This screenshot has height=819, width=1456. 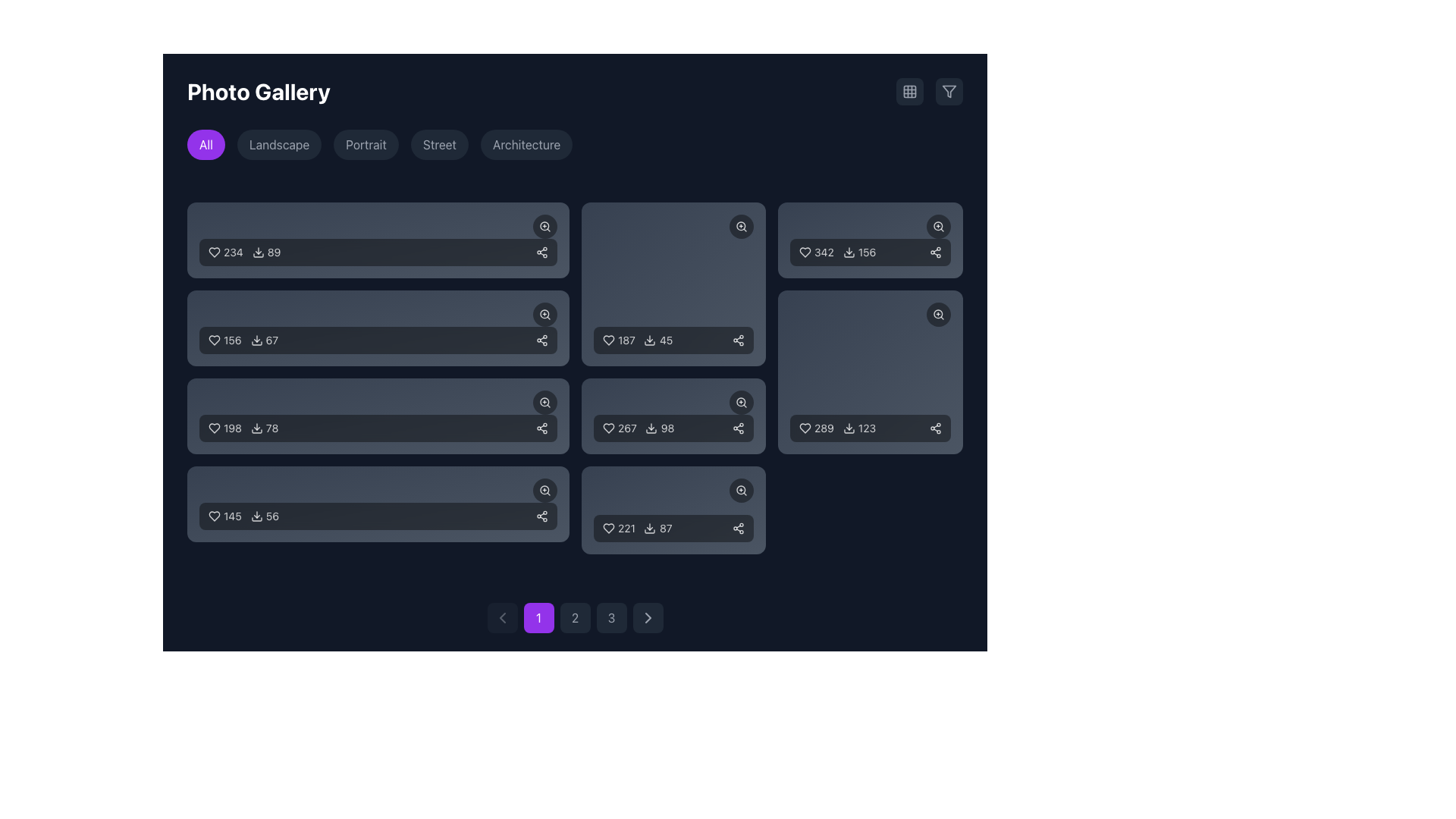 What do you see at coordinates (544, 402) in the screenshot?
I see `the circular zoom icon with a black background and a white magnifying glass symbol to magnify the image` at bounding box center [544, 402].